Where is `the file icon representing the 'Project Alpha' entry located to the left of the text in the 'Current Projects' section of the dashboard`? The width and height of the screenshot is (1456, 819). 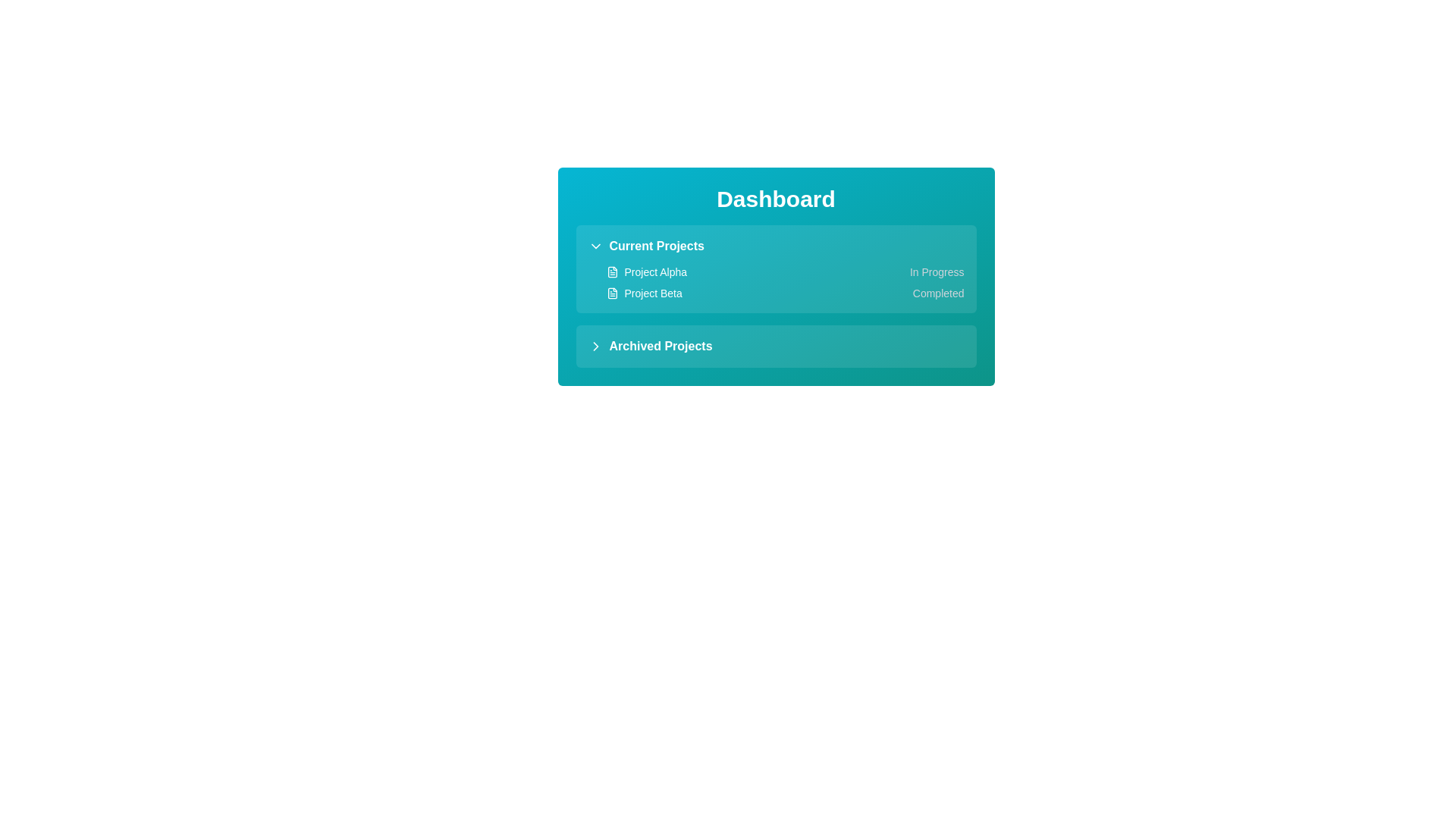
the file icon representing the 'Project Alpha' entry located to the left of the text in the 'Current Projects' section of the dashboard is located at coordinates (612, 271).